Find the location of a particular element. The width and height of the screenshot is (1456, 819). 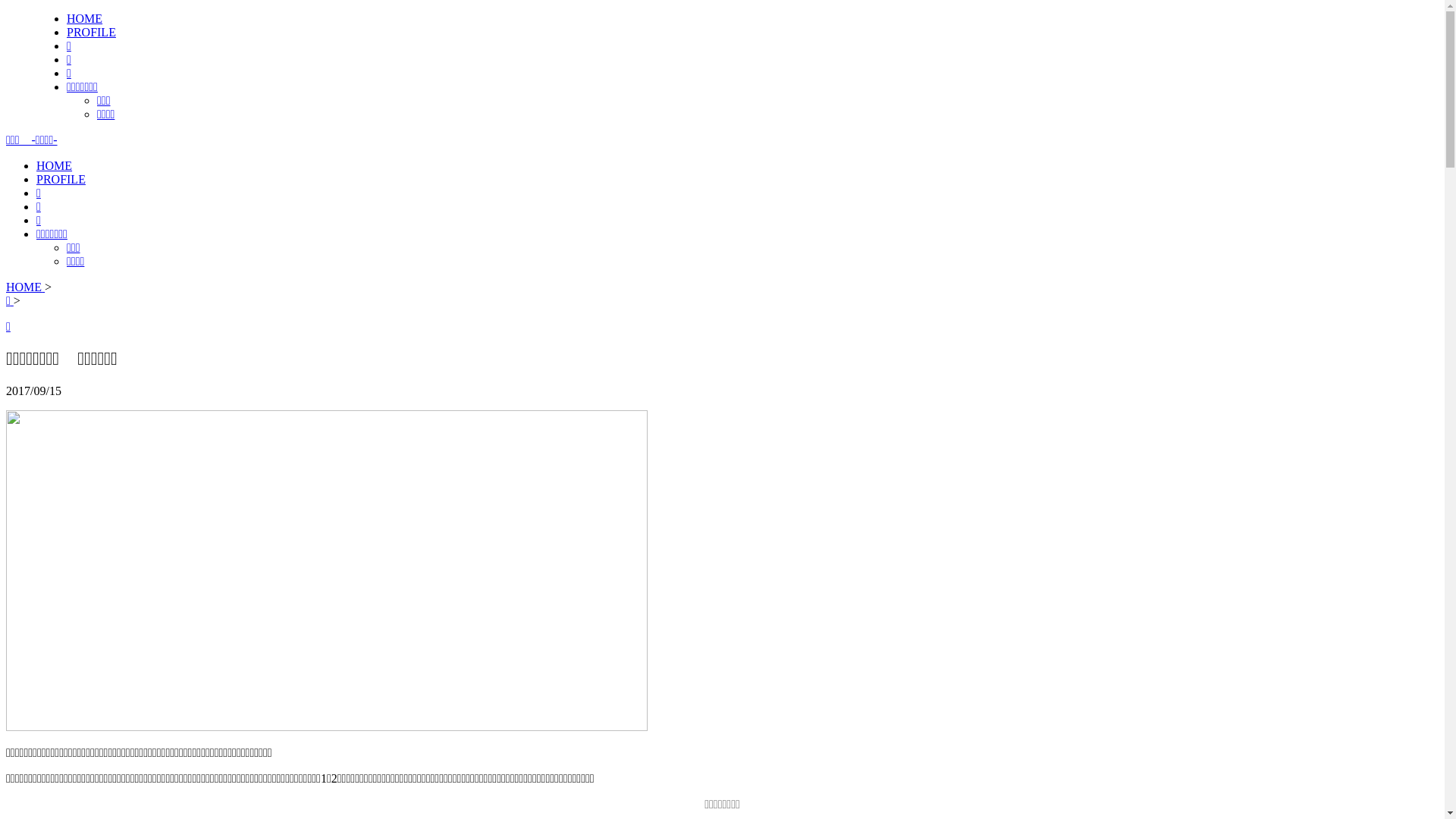

'PROFILE' is located at coordinates (90, 32).